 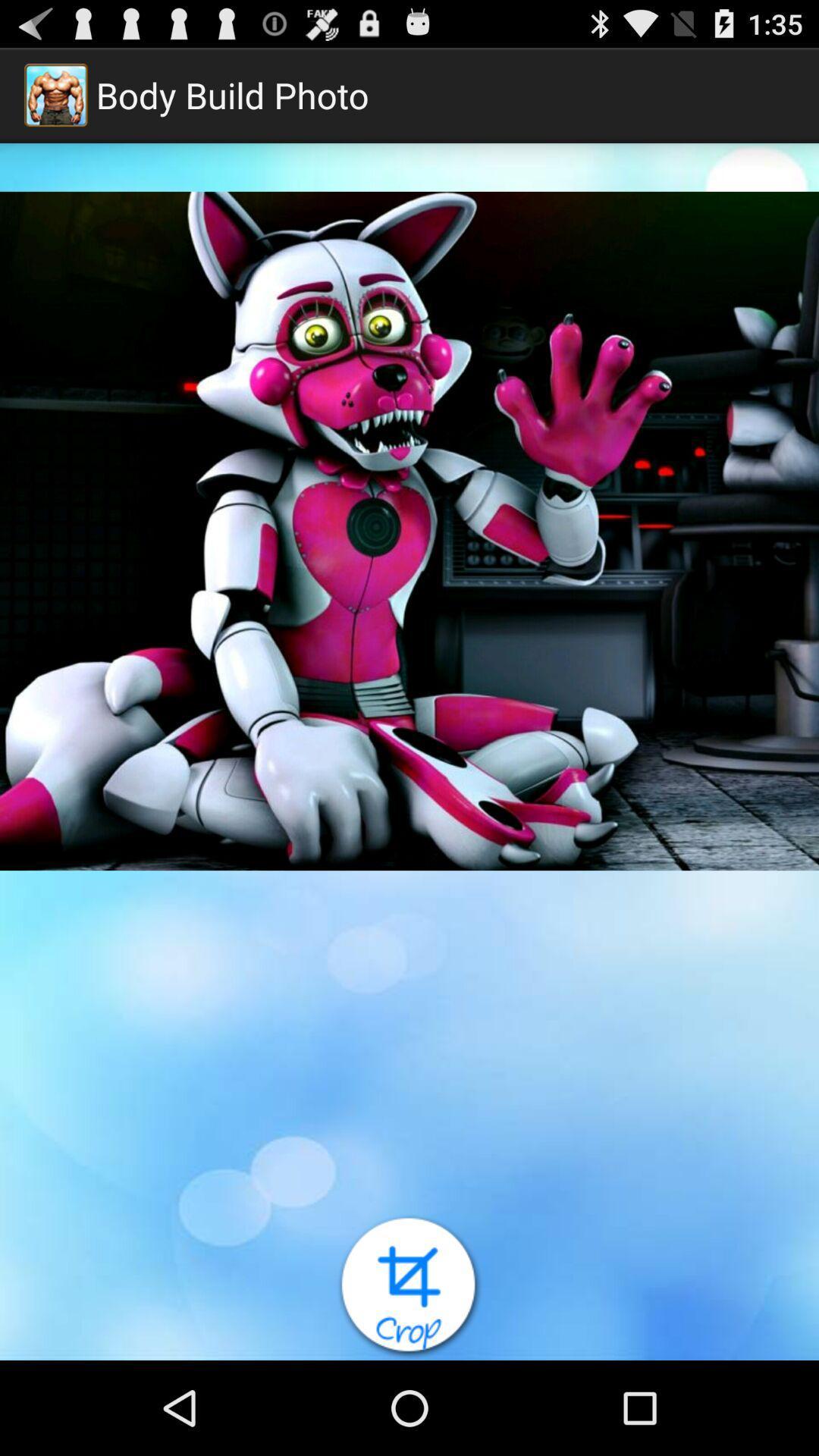 I want to click on crop the size of photo option, so click(x=409, y=1286).